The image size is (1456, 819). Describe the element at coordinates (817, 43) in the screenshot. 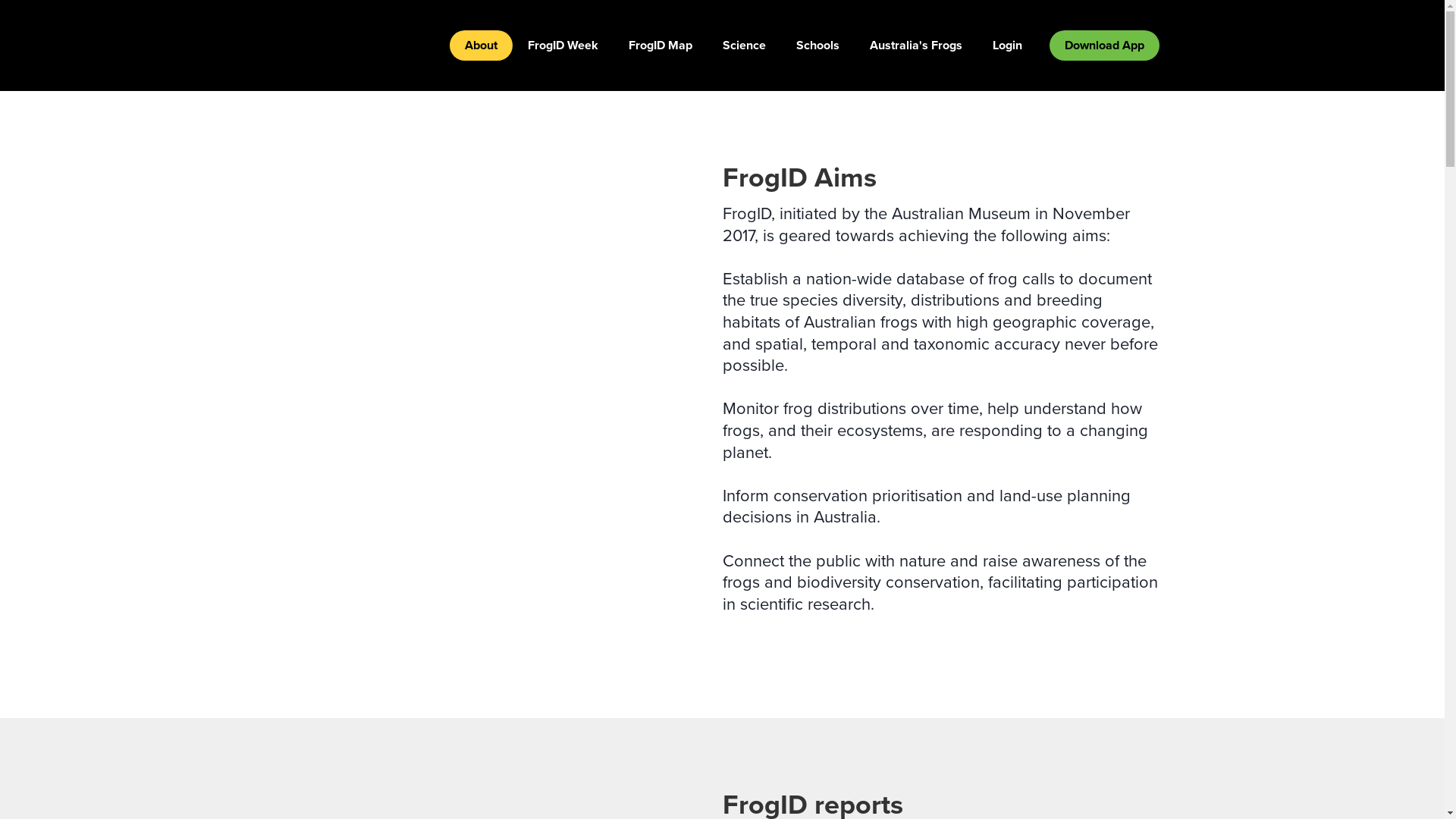

I see `'Schools'` at that location.